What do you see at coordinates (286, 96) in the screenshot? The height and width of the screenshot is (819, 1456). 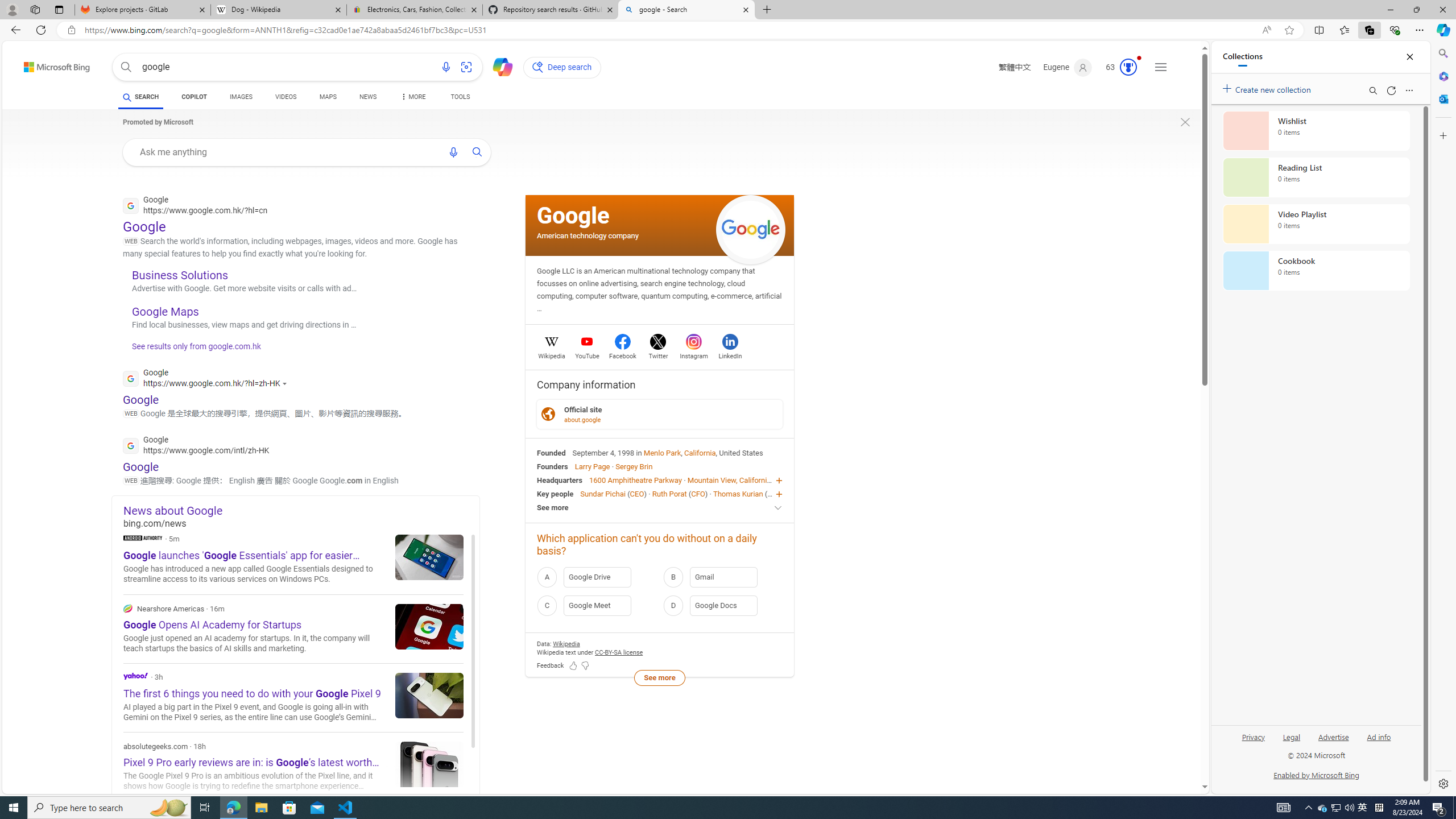 I see `'VIDEOS'` at bounding box center [286, 96].